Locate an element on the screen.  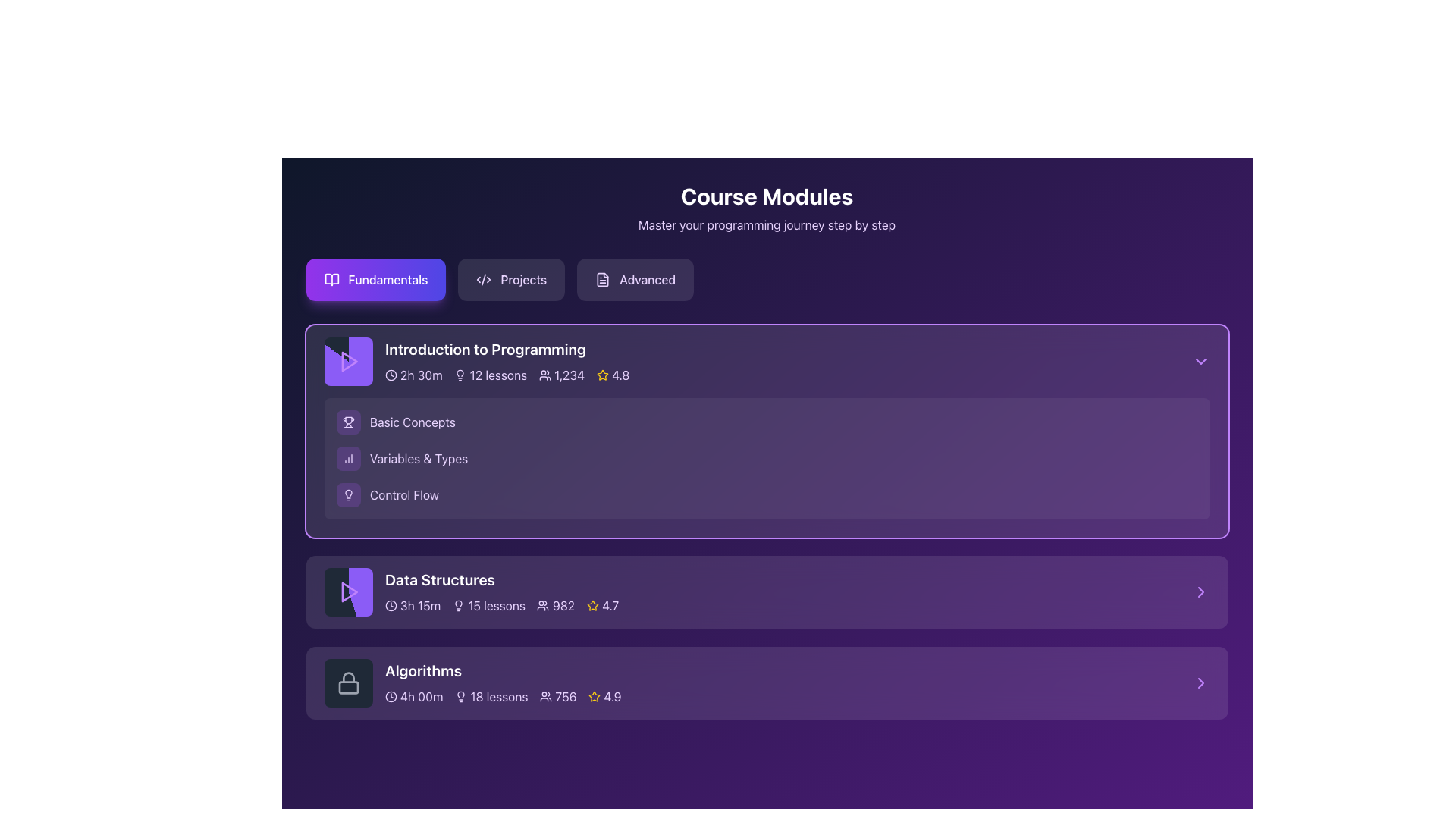
the circular icon component representing time allocation in the 'Introduction to Programming' section of the 'Course Modules' view is located at coordinates (391, 375).